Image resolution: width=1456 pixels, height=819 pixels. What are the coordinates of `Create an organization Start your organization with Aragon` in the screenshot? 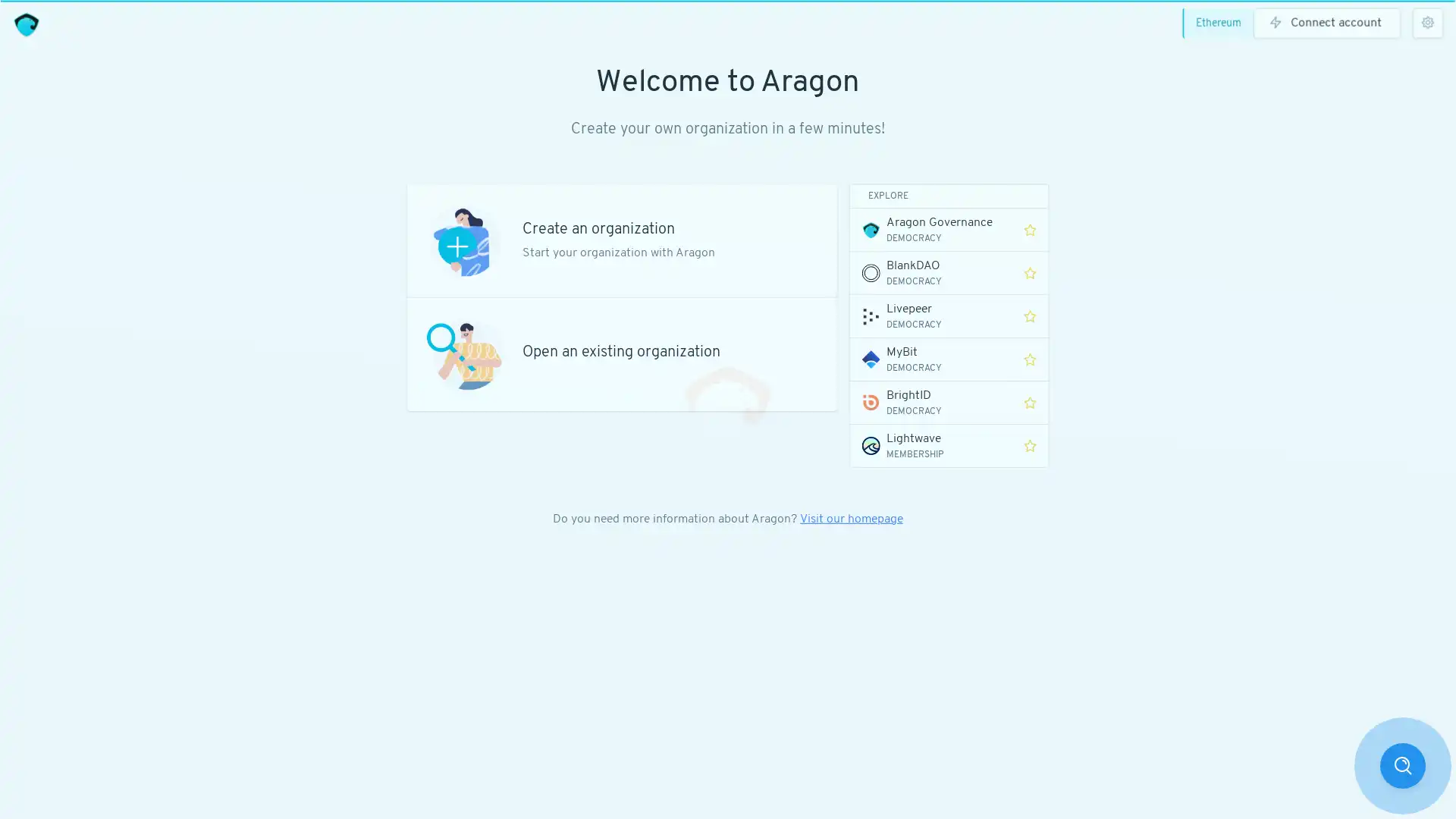 It's located at (622, 239).